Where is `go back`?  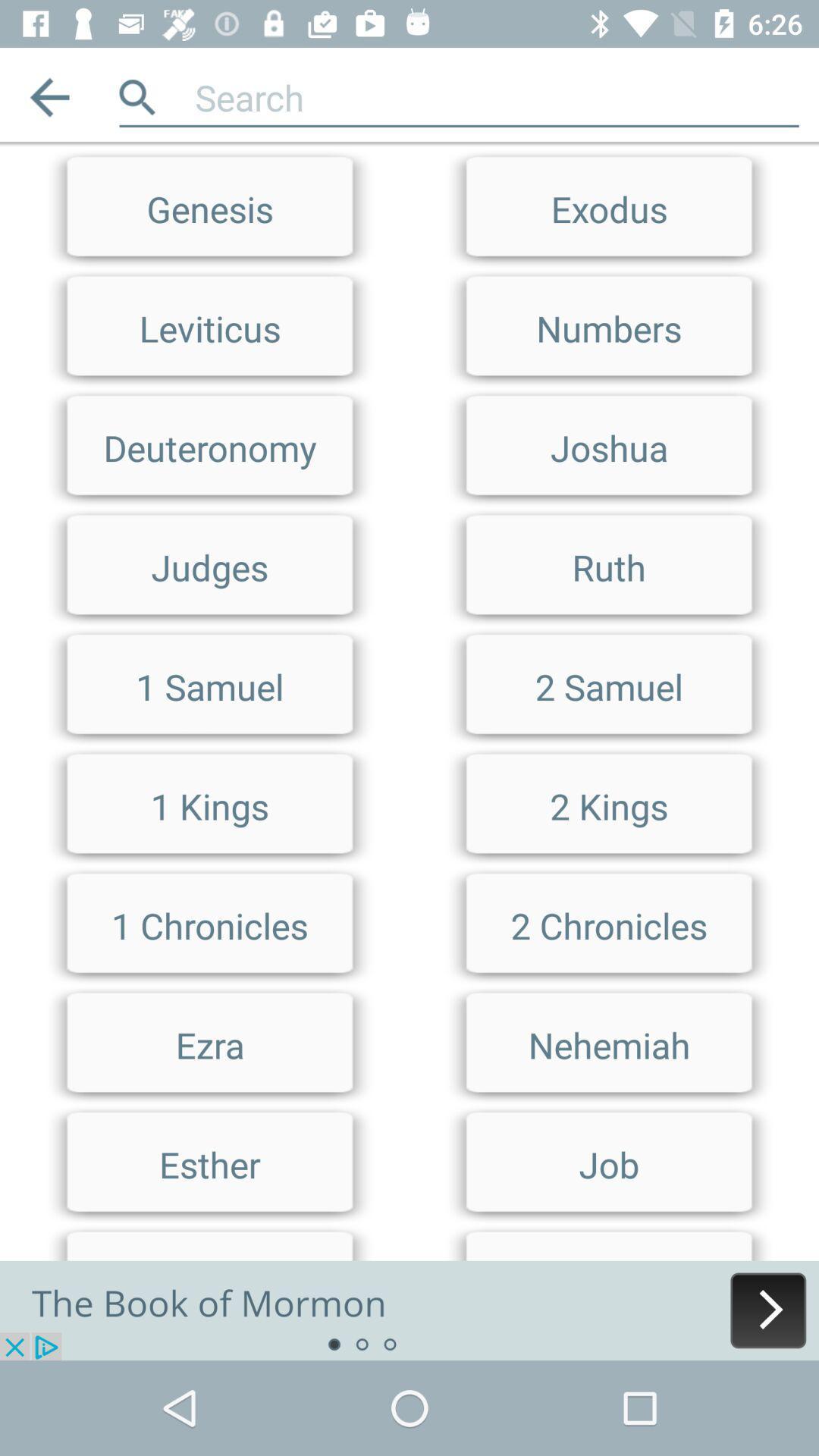
go back is located at coordinates (49, 96).